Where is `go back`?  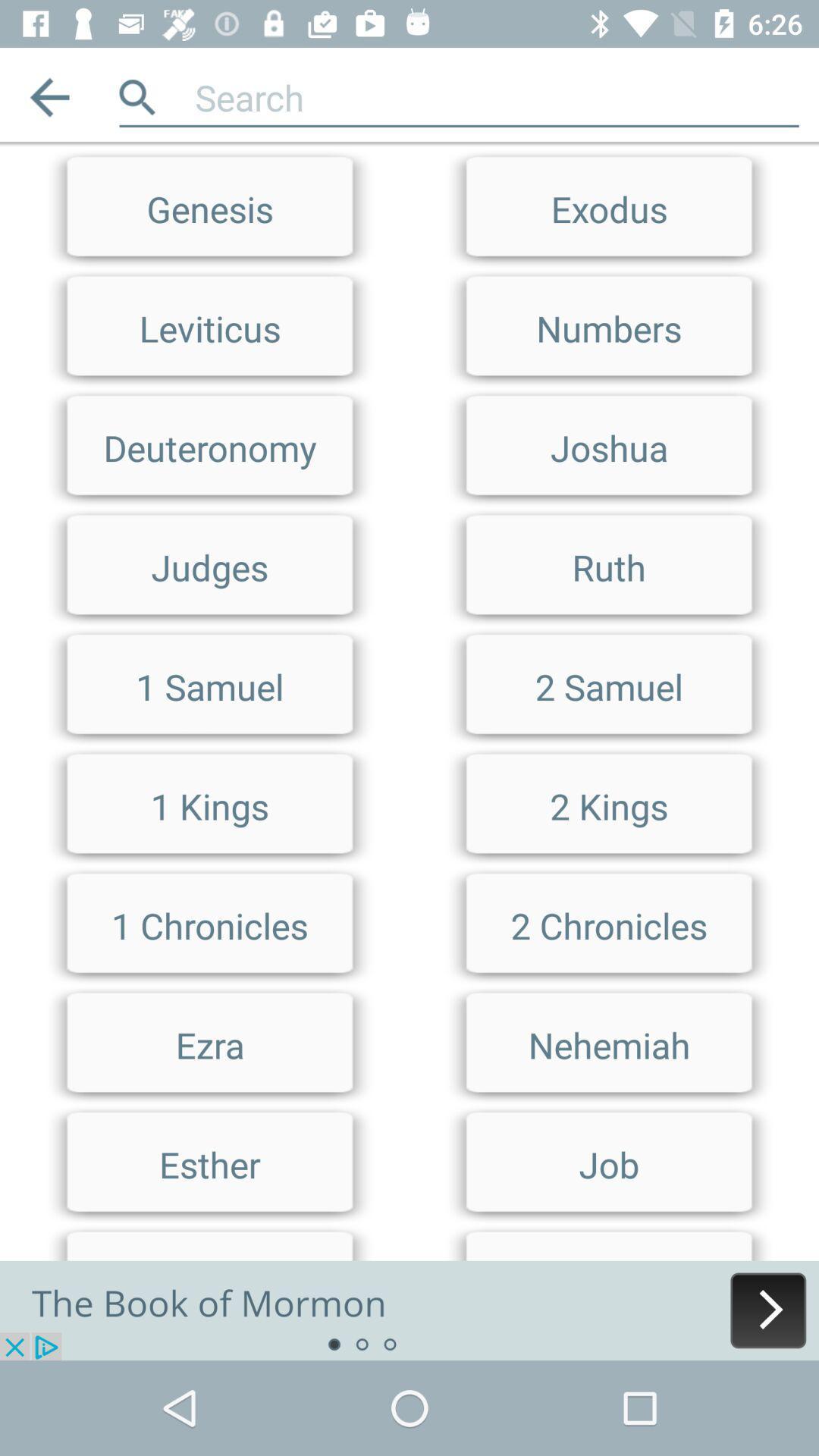
go back is located at coordinates (49, 96).